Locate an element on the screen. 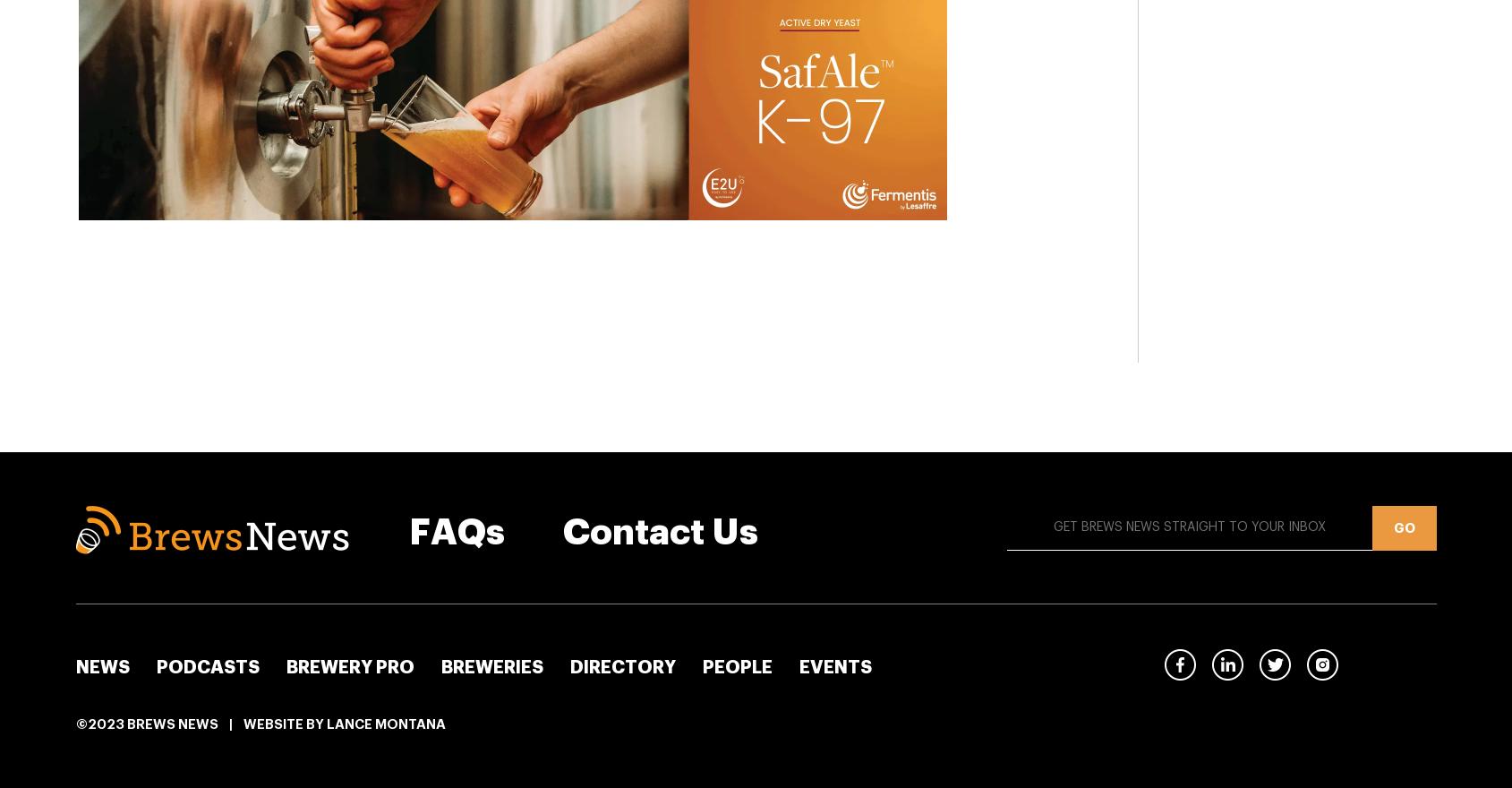  'Contact Us' is located at coordinates (660, 531).